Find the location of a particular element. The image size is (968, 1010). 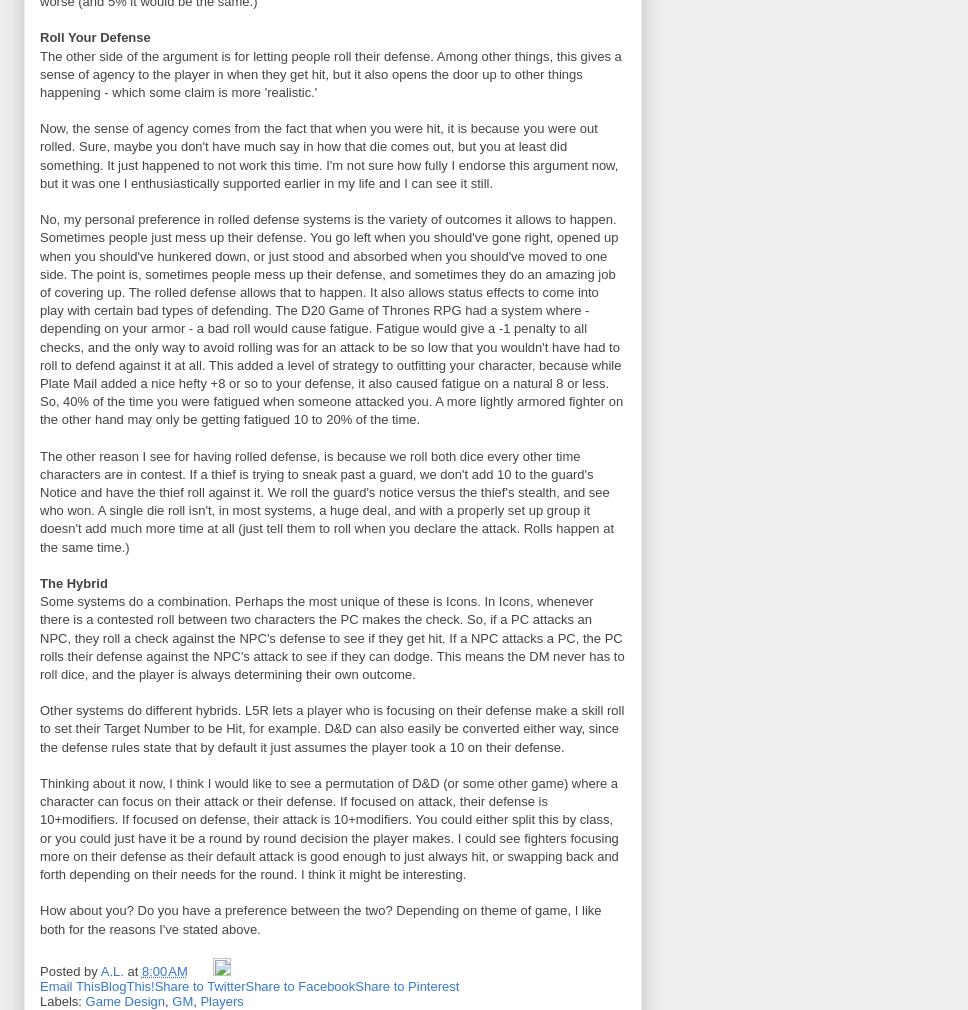

'8:00 AM' is located at coordinates (140, 971).